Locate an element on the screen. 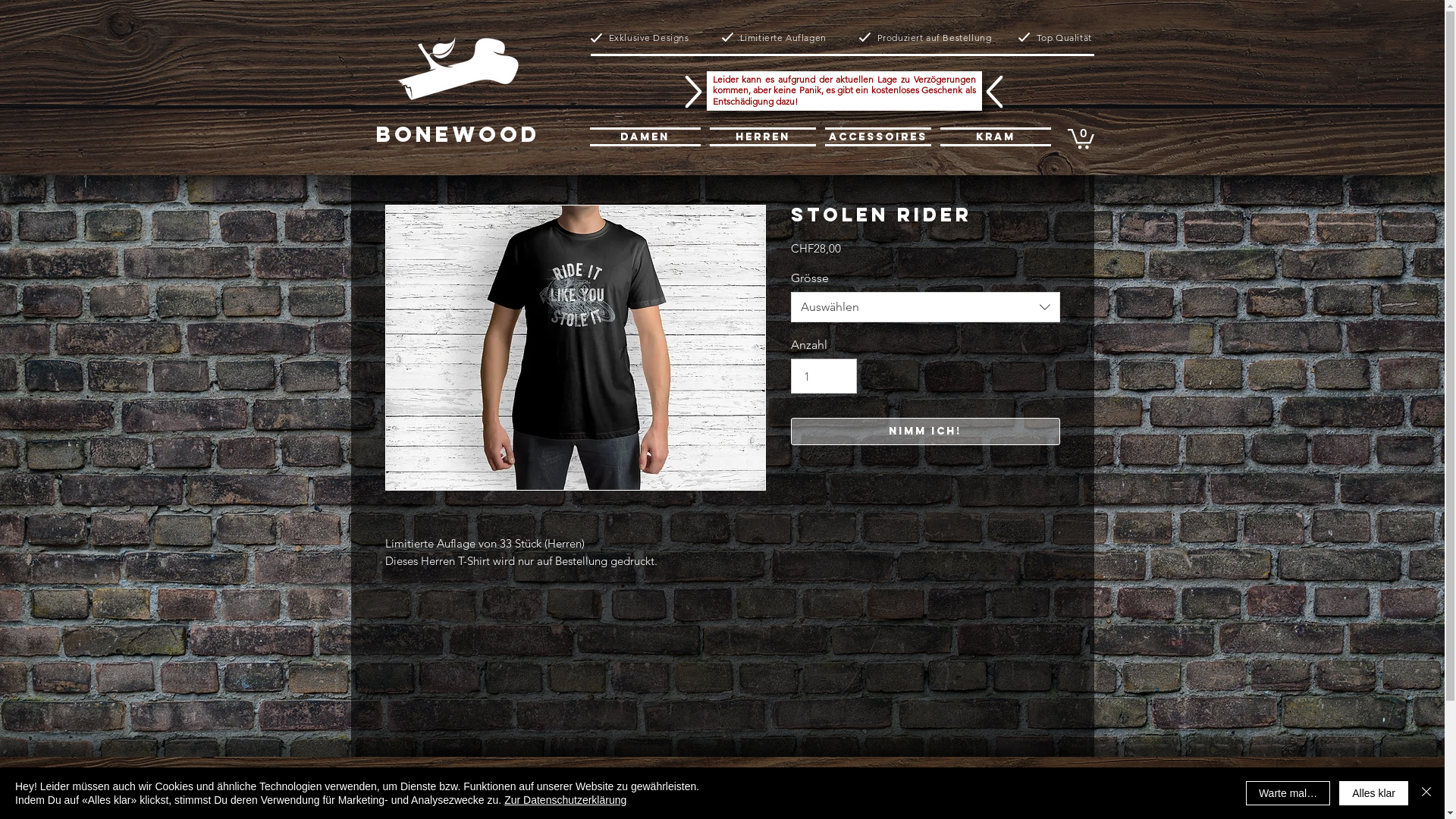  '0' is located at coordinates (1080, 137).